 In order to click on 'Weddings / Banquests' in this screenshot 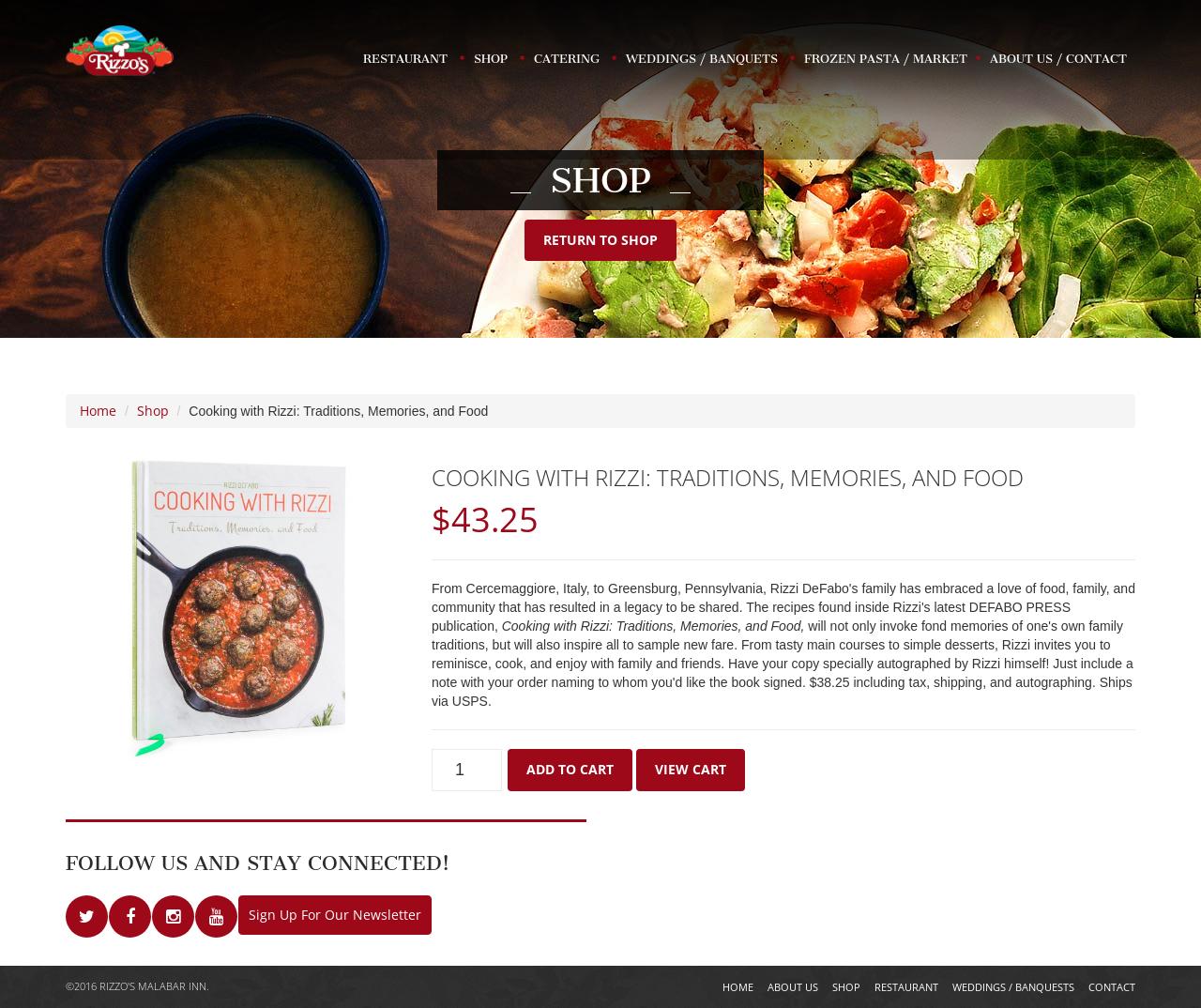, I will do `click(1012, 986)`.